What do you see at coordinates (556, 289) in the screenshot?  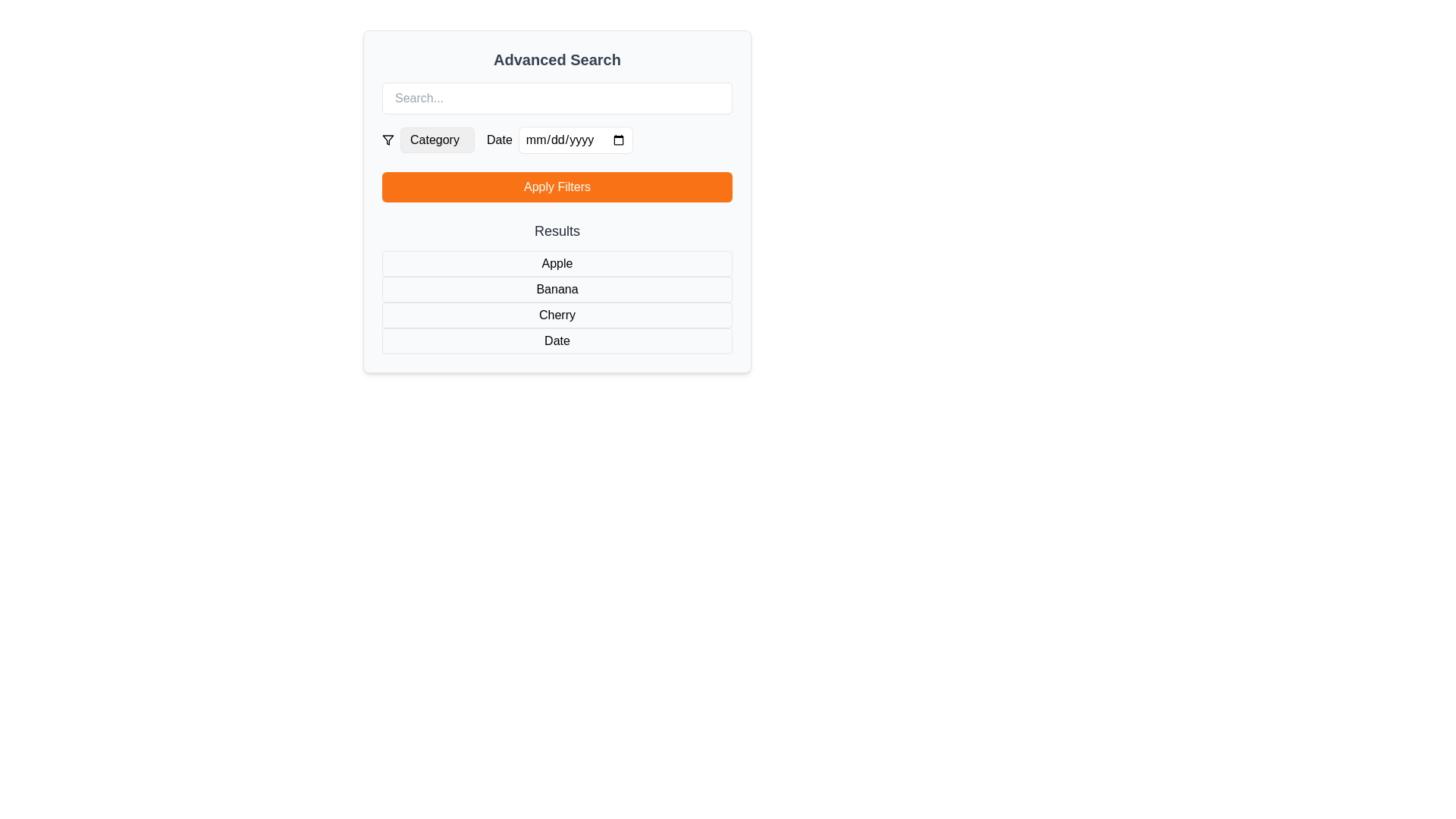 I see `the 'Banana' text label, which is styled in a simple font and located in the 'Results' section beneath the 'Apply Filters' button` at bounding box center [556, 289].